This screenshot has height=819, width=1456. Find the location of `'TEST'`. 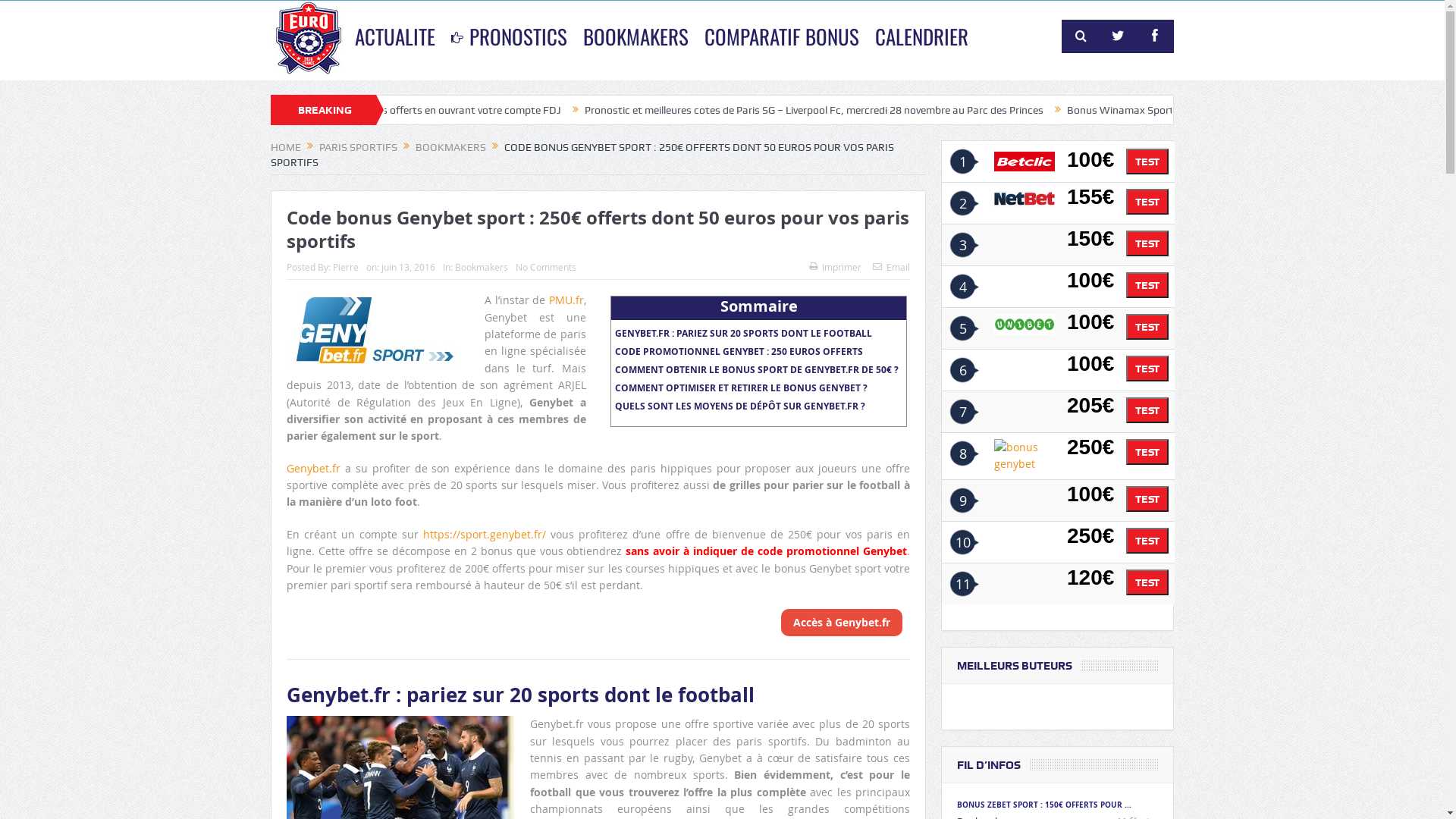

'TEST' is located at coordinates (1147, 161).